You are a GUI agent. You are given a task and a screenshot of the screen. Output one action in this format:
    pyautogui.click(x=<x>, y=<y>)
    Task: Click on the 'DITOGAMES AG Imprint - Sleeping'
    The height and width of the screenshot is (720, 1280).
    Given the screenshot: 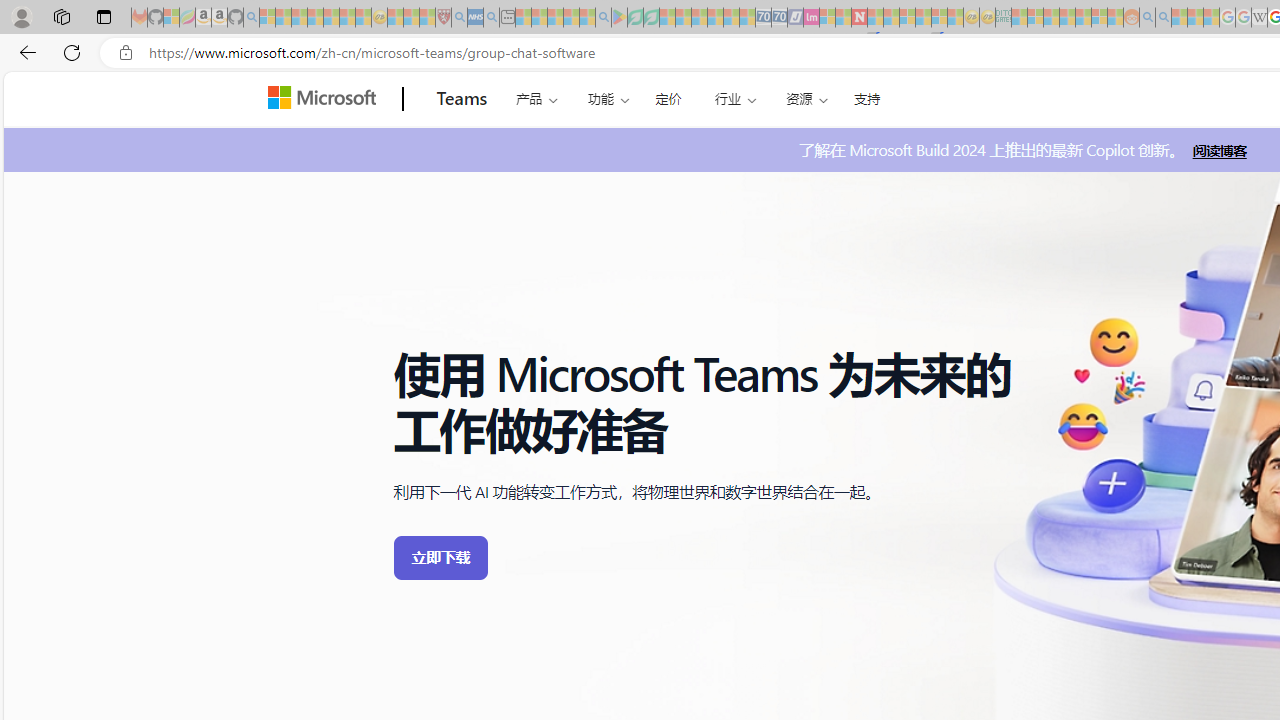 What is the action you would take?
    pyautogui.click(x=1003, y=17)
    